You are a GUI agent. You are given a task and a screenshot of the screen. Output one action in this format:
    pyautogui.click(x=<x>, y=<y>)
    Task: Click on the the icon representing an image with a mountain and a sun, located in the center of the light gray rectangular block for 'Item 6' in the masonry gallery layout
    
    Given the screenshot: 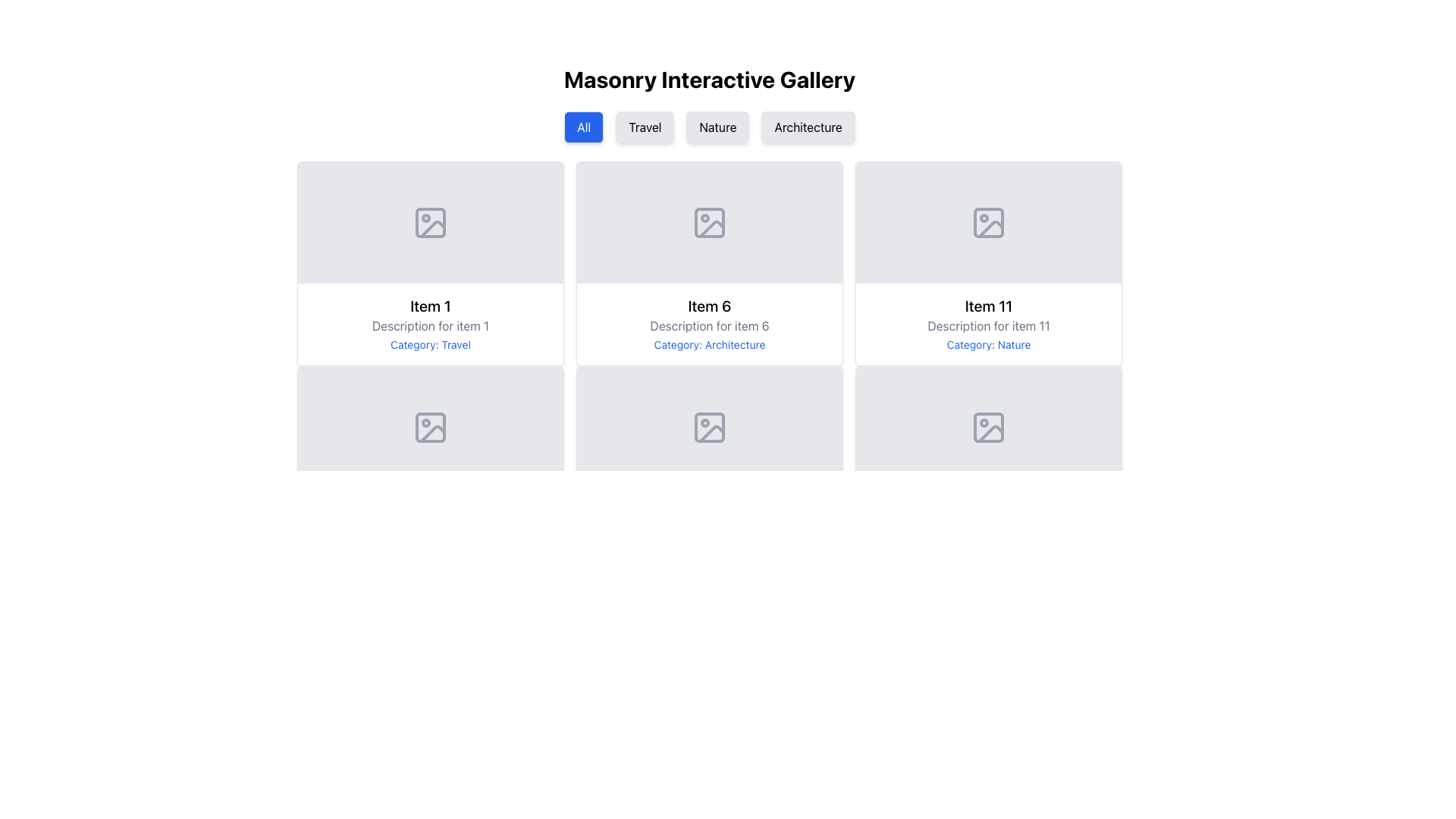 What is the action you would take?
    pyautogui.click(x=709, y=222)
    